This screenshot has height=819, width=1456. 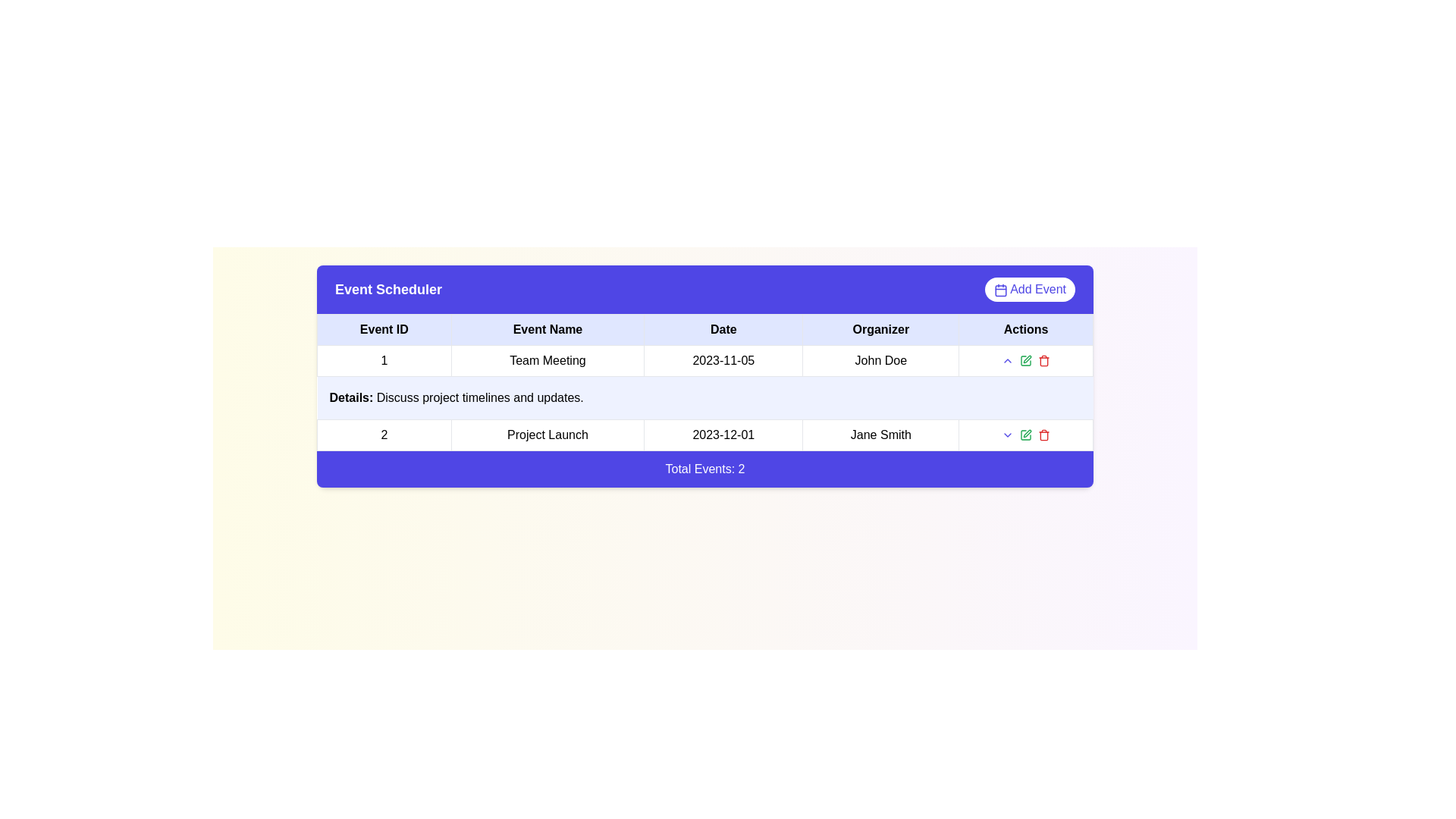 I want to click on the 'Add Event' button located on the far-right side of the purple header bar titled 'Event Scheduler', so click(x=1030, y=289).